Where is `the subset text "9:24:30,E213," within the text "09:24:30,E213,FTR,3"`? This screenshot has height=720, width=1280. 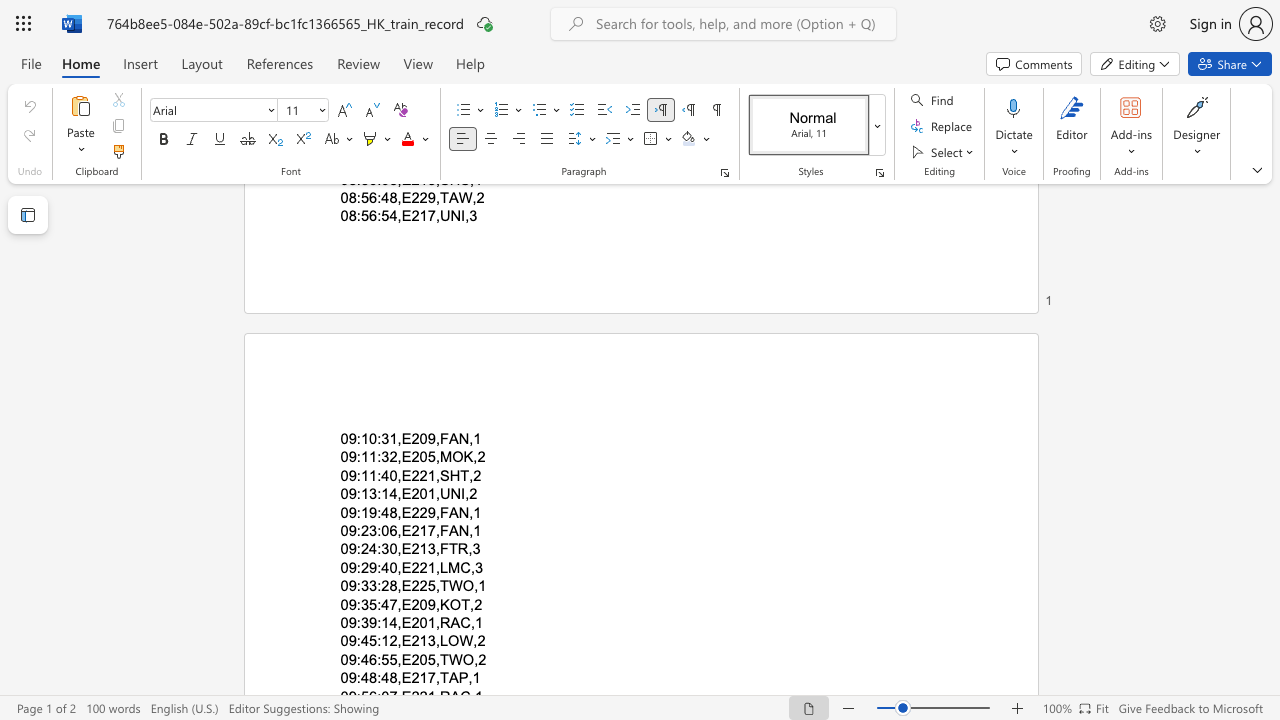
the subset text "9:24:30,E213," within the text "09:24:30,E213,FTR,3" is located at coordinates (348, 549).